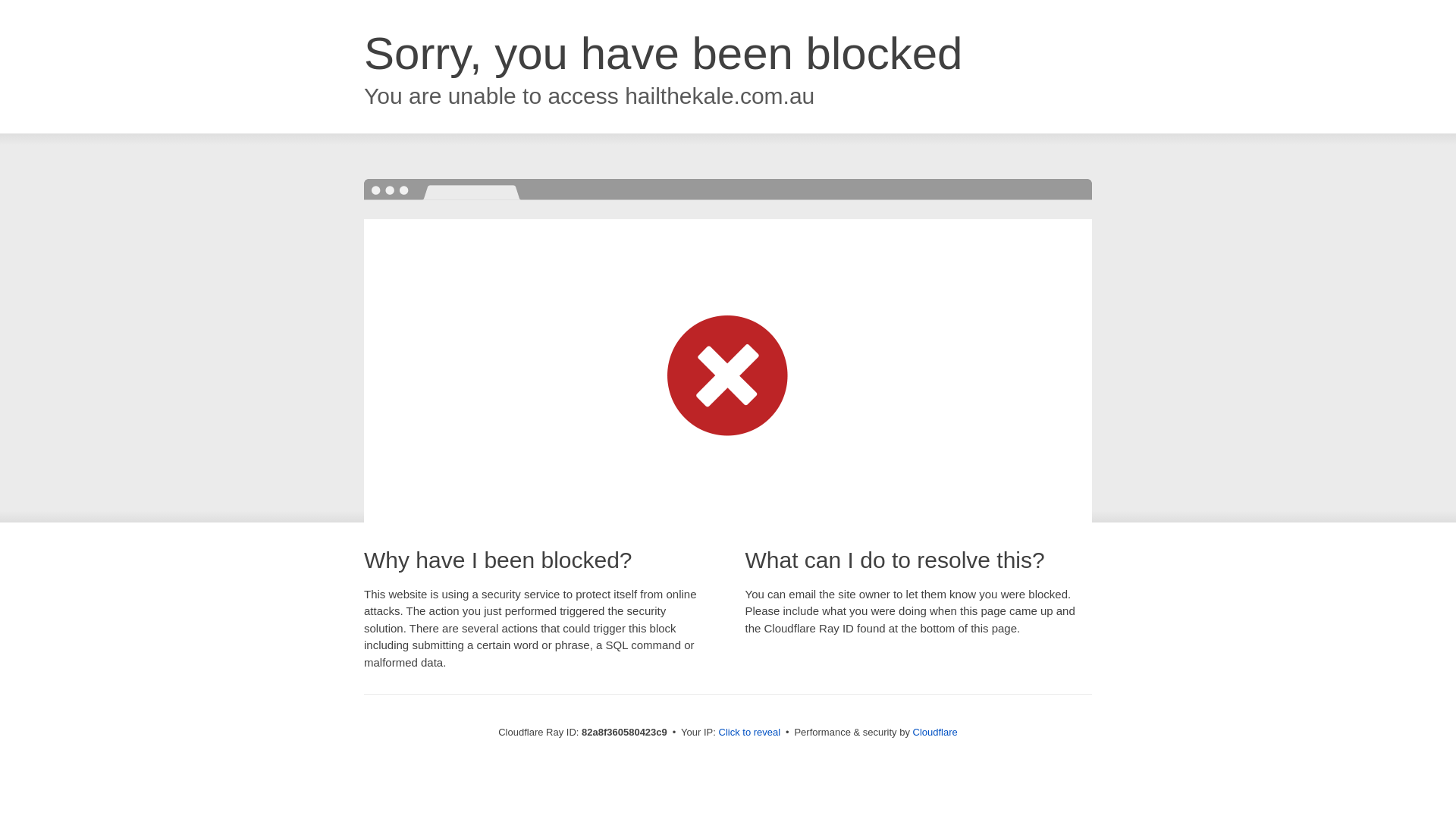 The height and width of the screenshot is (819, 1456). Describe the element at coordinates (718, 731) in the screenshot. I see `'Click to reveal'` at that location.